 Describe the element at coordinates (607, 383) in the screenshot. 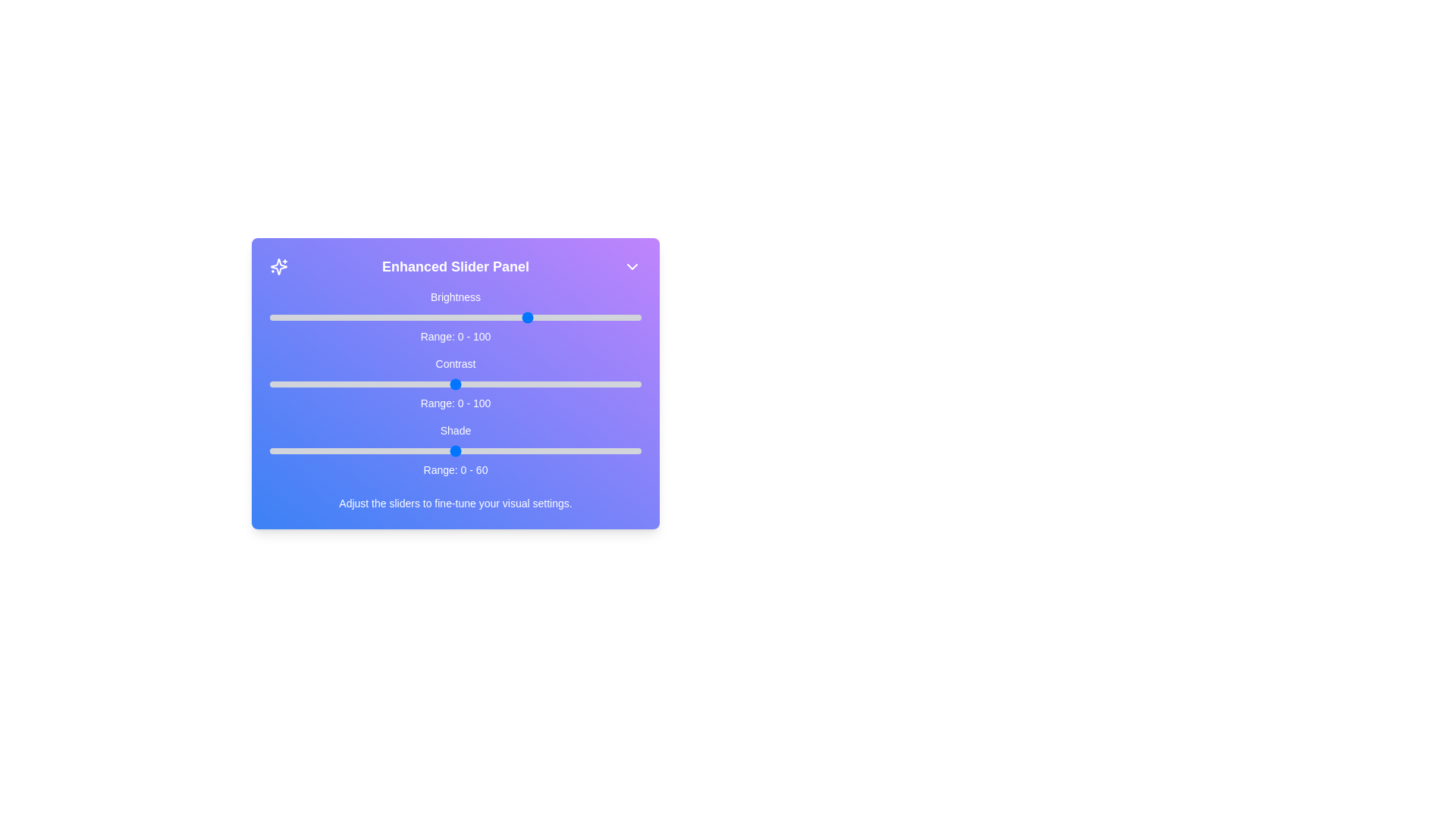

I see `the 1 slider to 91` at that location.